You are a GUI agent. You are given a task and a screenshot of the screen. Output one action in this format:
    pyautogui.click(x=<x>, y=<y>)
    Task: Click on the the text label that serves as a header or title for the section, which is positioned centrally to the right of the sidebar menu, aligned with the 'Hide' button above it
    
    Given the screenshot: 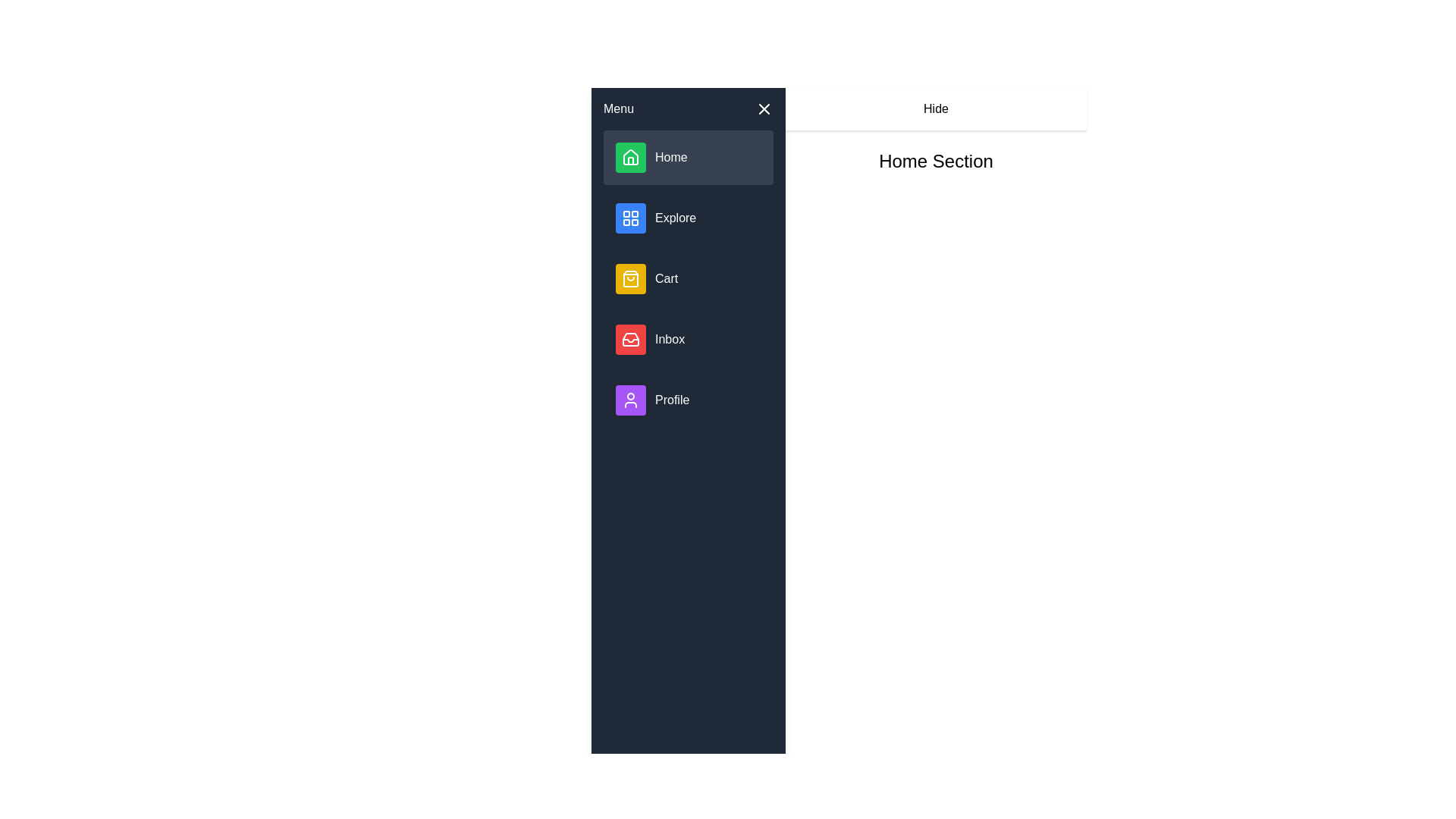 What is the action you would take?
    pyautogui.click(x=935, y=161)
    